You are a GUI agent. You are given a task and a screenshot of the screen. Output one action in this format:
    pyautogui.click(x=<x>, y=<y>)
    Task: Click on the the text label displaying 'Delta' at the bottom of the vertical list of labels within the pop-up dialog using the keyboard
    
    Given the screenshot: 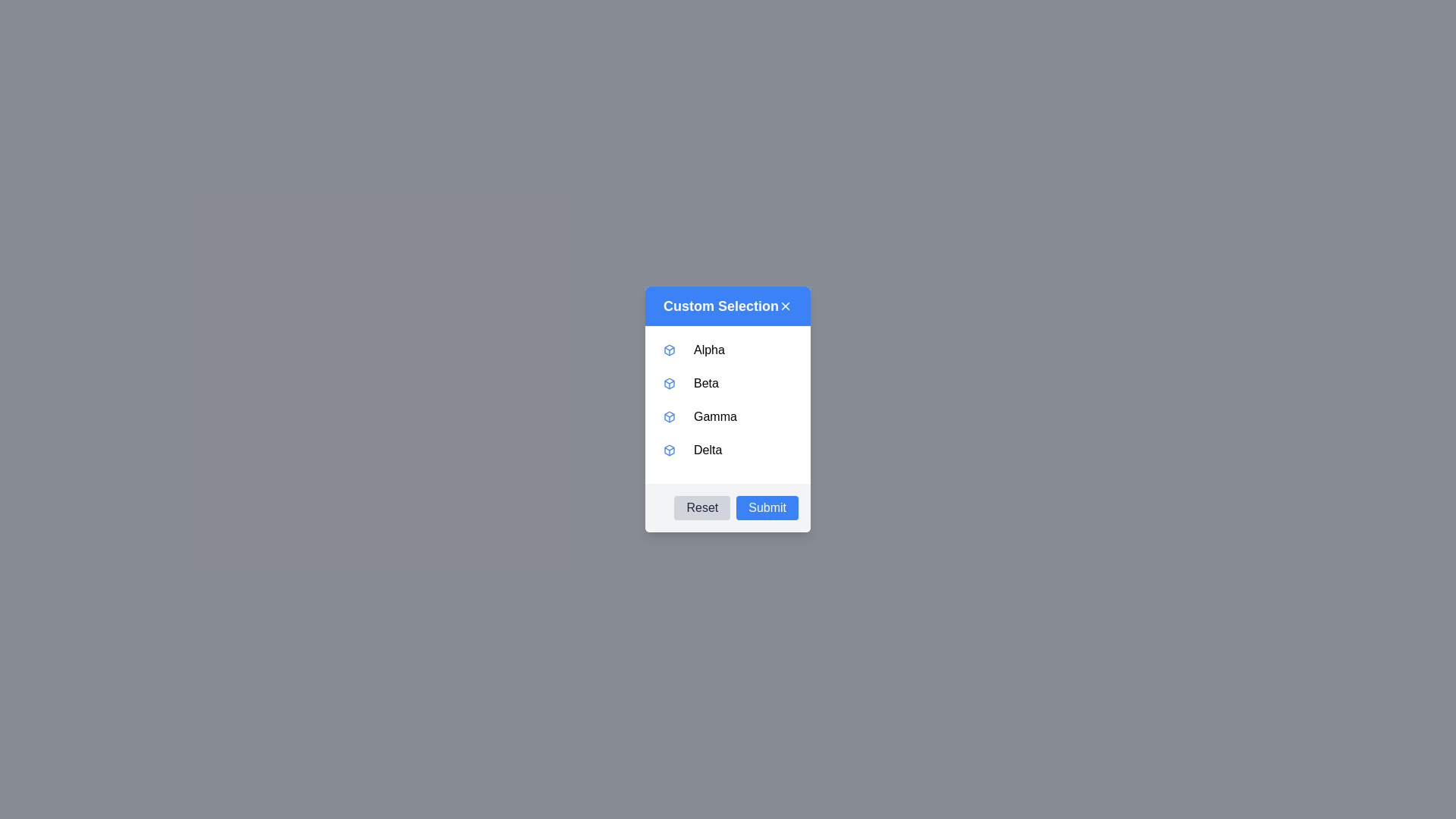 What is the action you would take?
    pyautogui.click(x=707, y=450)
    